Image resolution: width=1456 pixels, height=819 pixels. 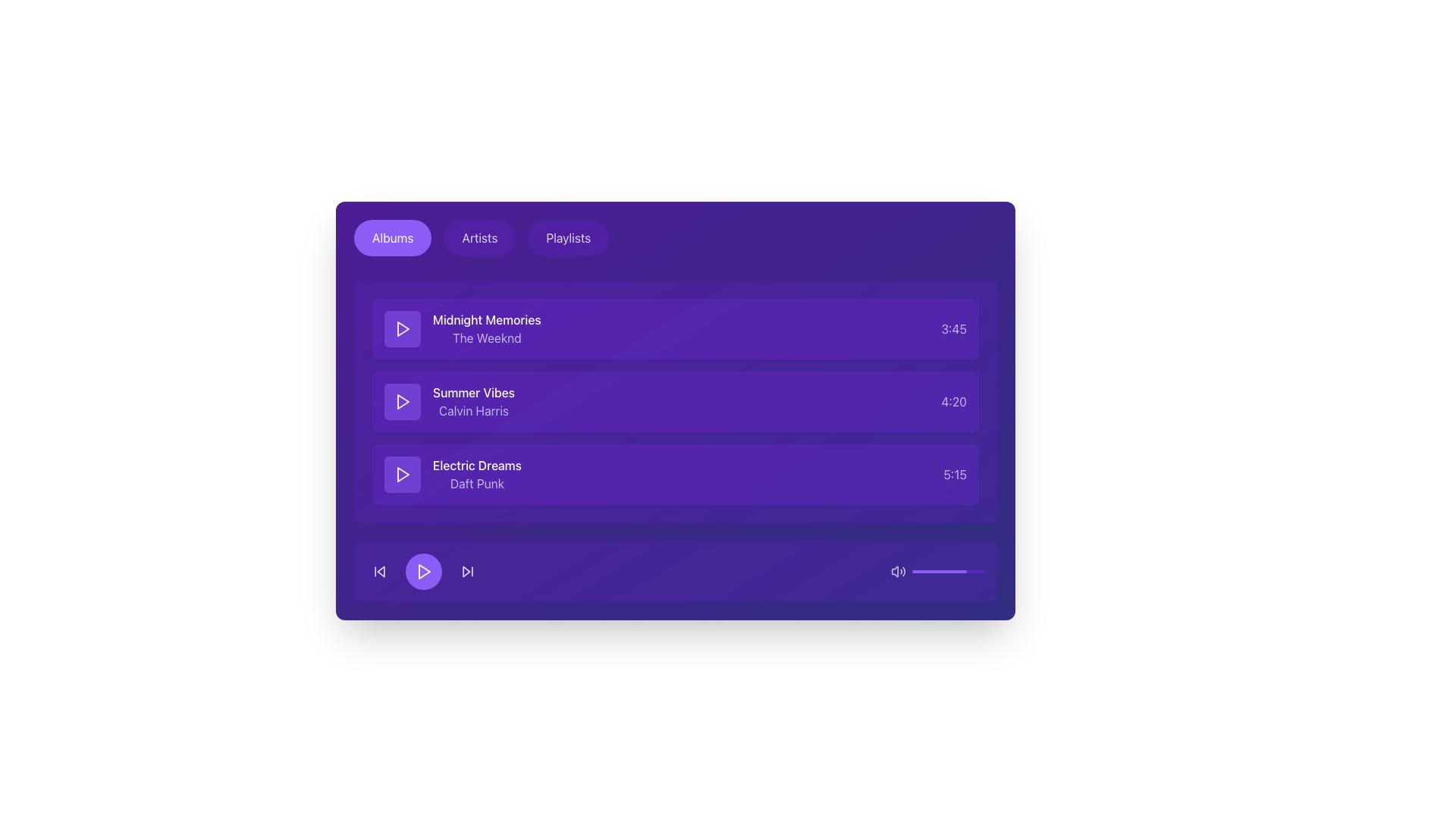 I want to click on the 'skip forward' button icon, which is a compact representation with a purple hue and an arrow shape, located at the bottom right of the player controls to skip to the next item, so click(x=467, y=571).